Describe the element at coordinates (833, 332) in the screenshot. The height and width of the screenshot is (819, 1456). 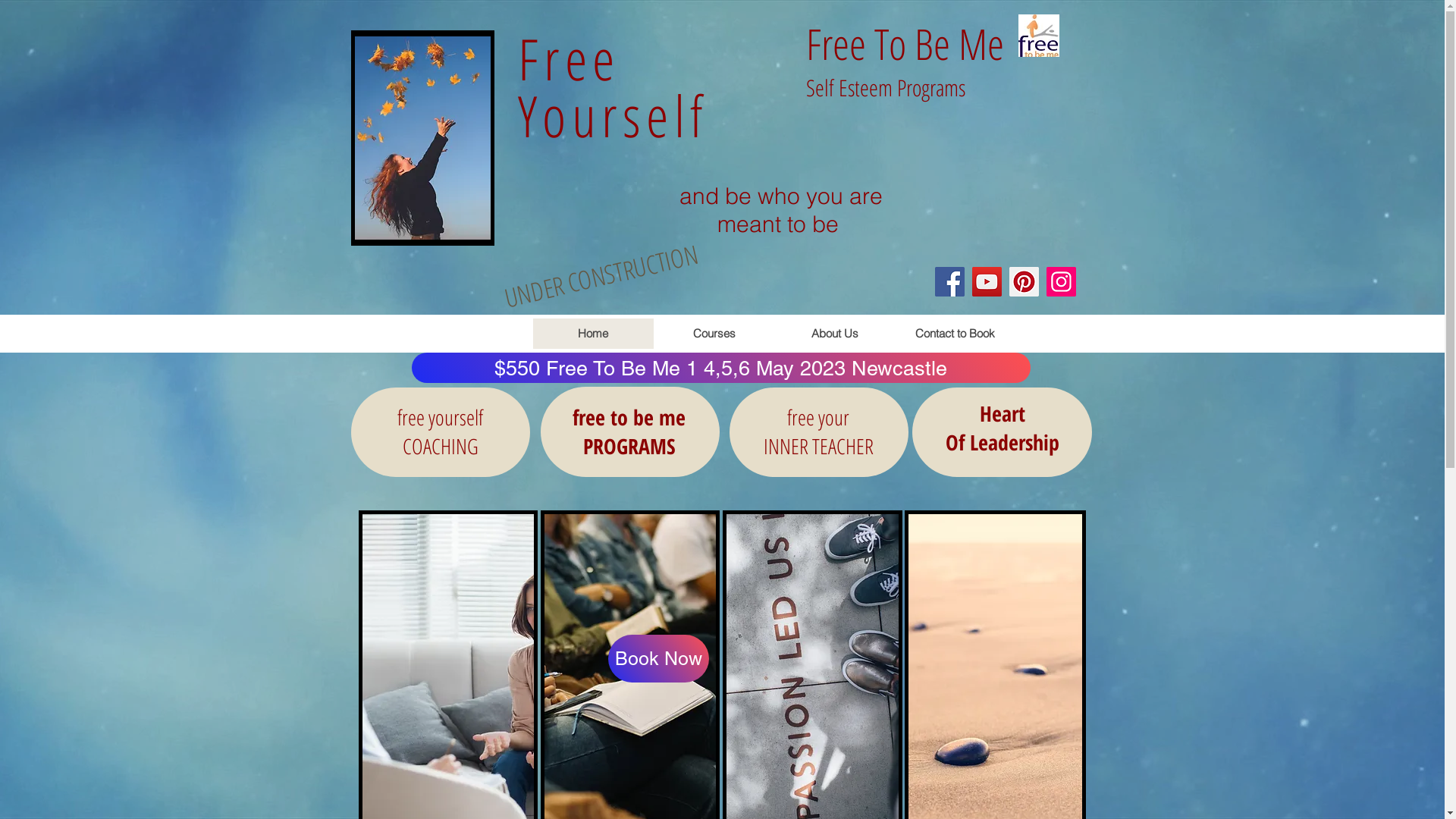
I see `'About Us'` at that location.